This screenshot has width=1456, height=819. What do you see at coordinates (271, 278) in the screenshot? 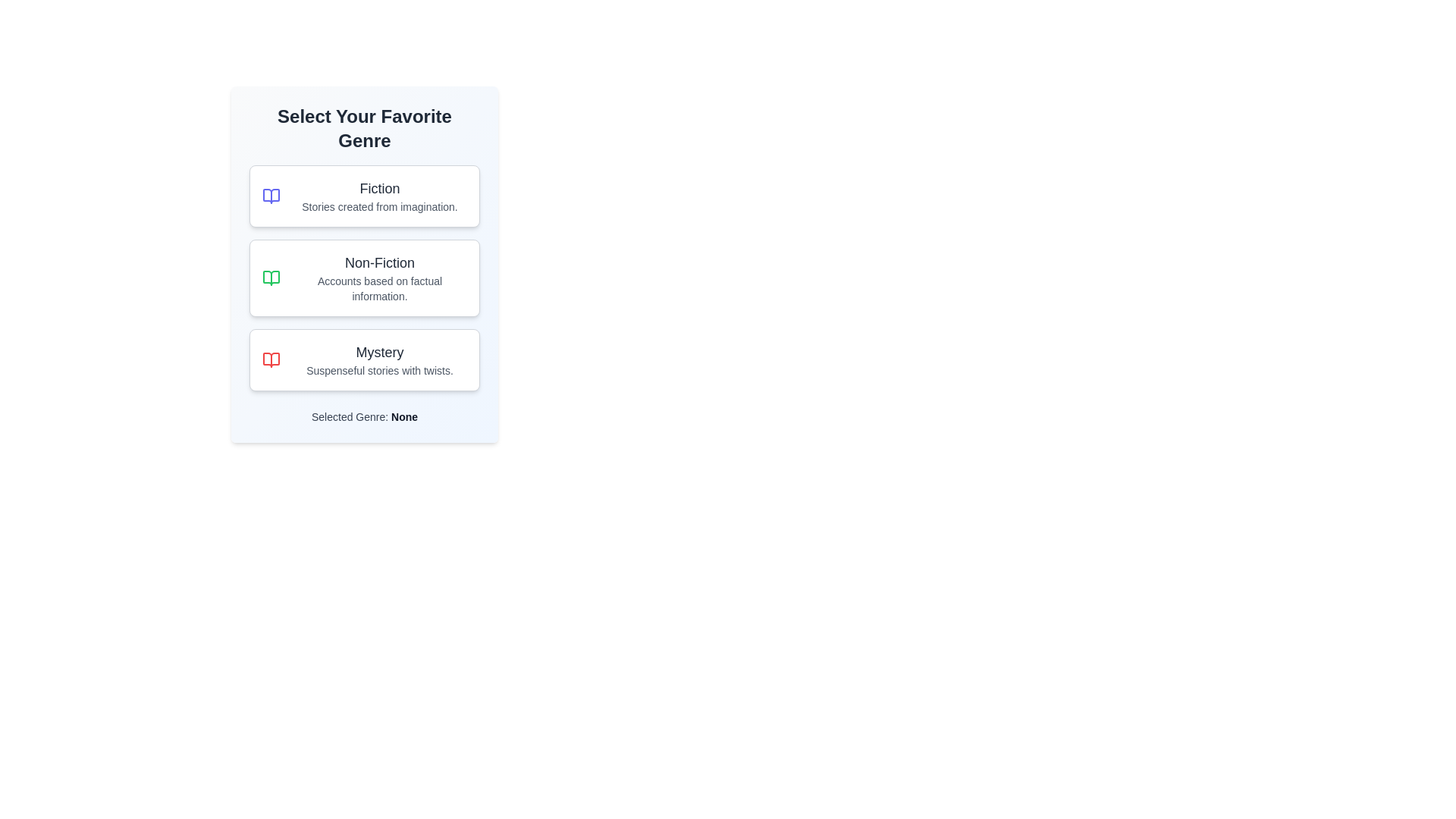
I see `the green book icon representing the 'Non-Fiction' genre in the 'Select Your Favorite Genre' list, which is the second option among three` at bounding box center [271, 278].